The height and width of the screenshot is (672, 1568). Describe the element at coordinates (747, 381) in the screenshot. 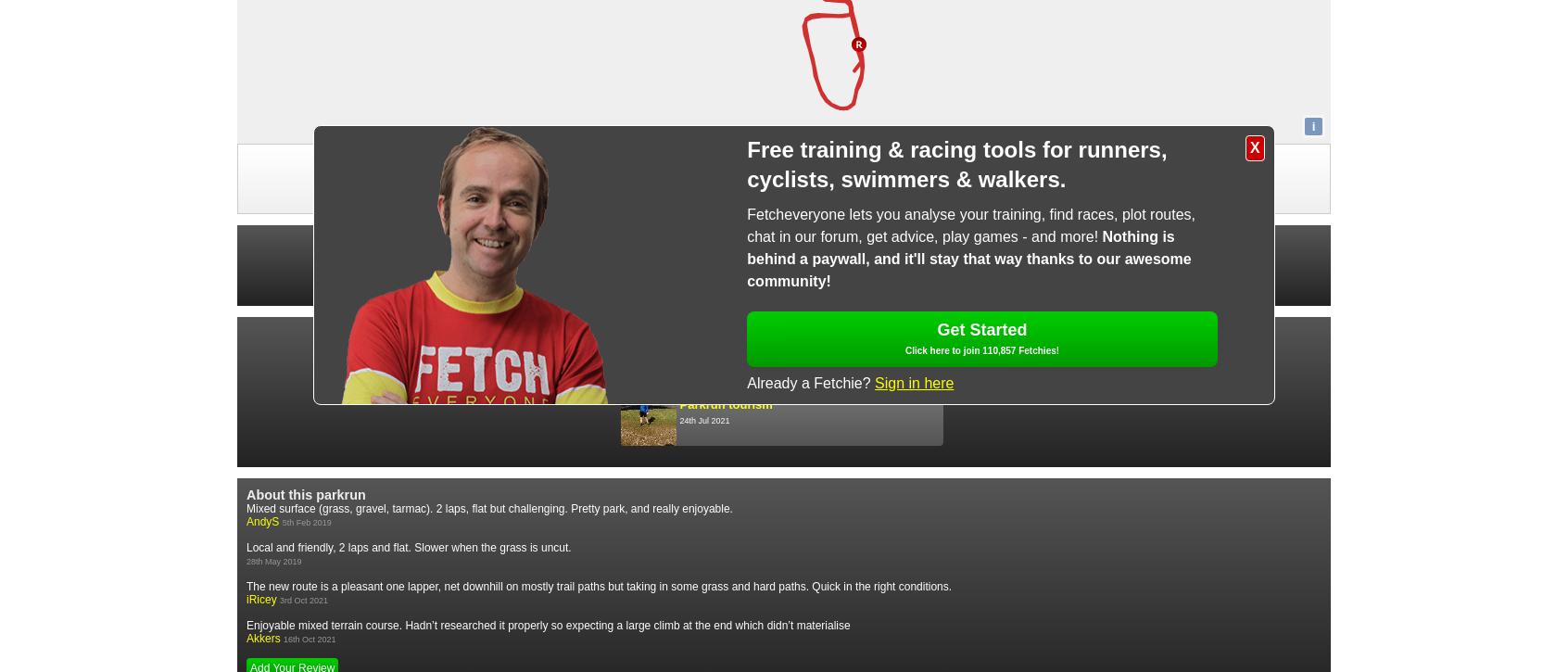

I see `'Already a Fetchie?'` at that location.